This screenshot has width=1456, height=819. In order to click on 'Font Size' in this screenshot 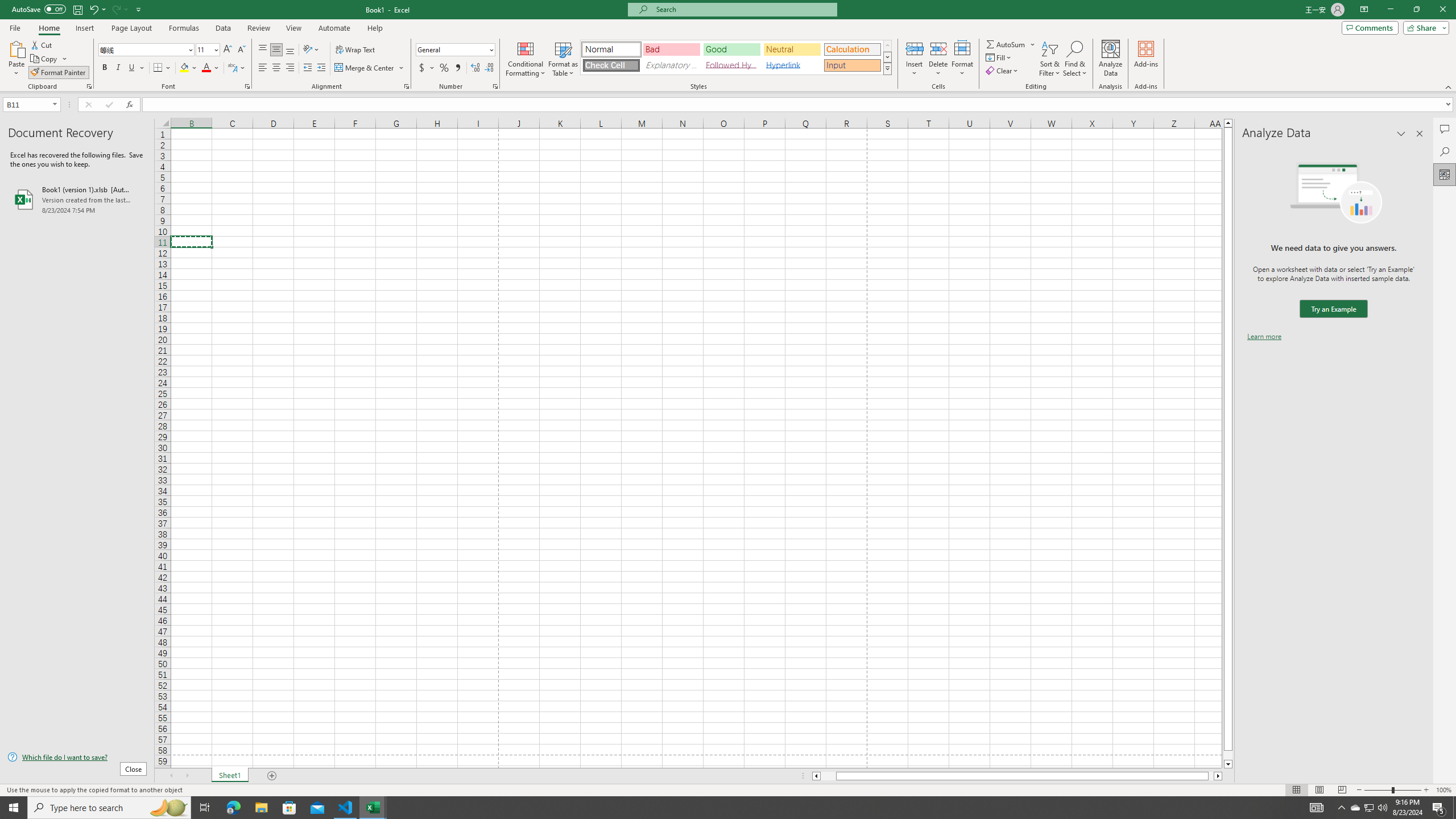, I will do `click(206, 49)`.